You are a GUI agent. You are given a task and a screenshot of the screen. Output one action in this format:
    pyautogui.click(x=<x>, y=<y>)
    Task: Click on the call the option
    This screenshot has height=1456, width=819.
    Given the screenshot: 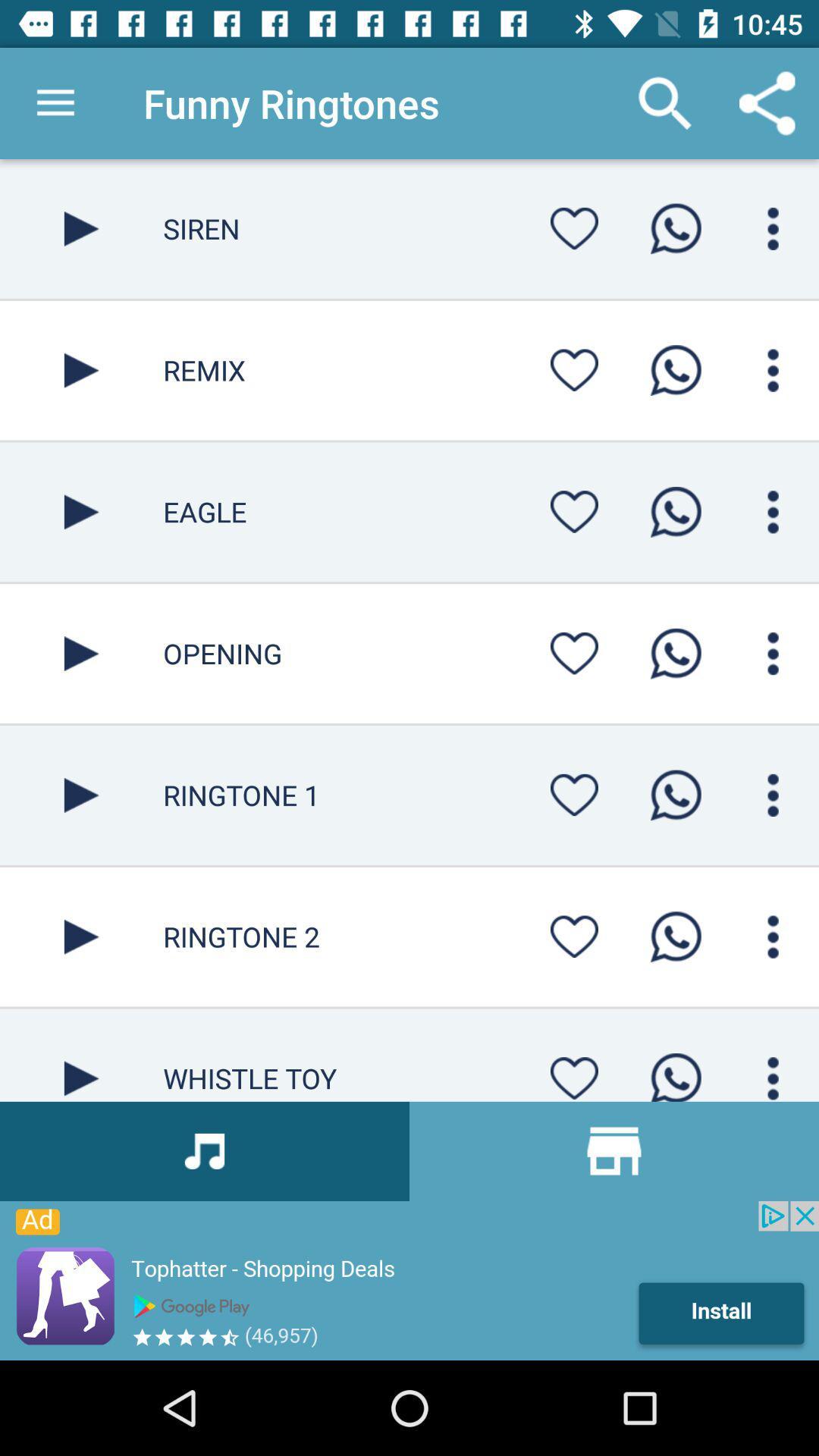 What is the action you would take?
    pyautogui.click(x=675, y=936)
    